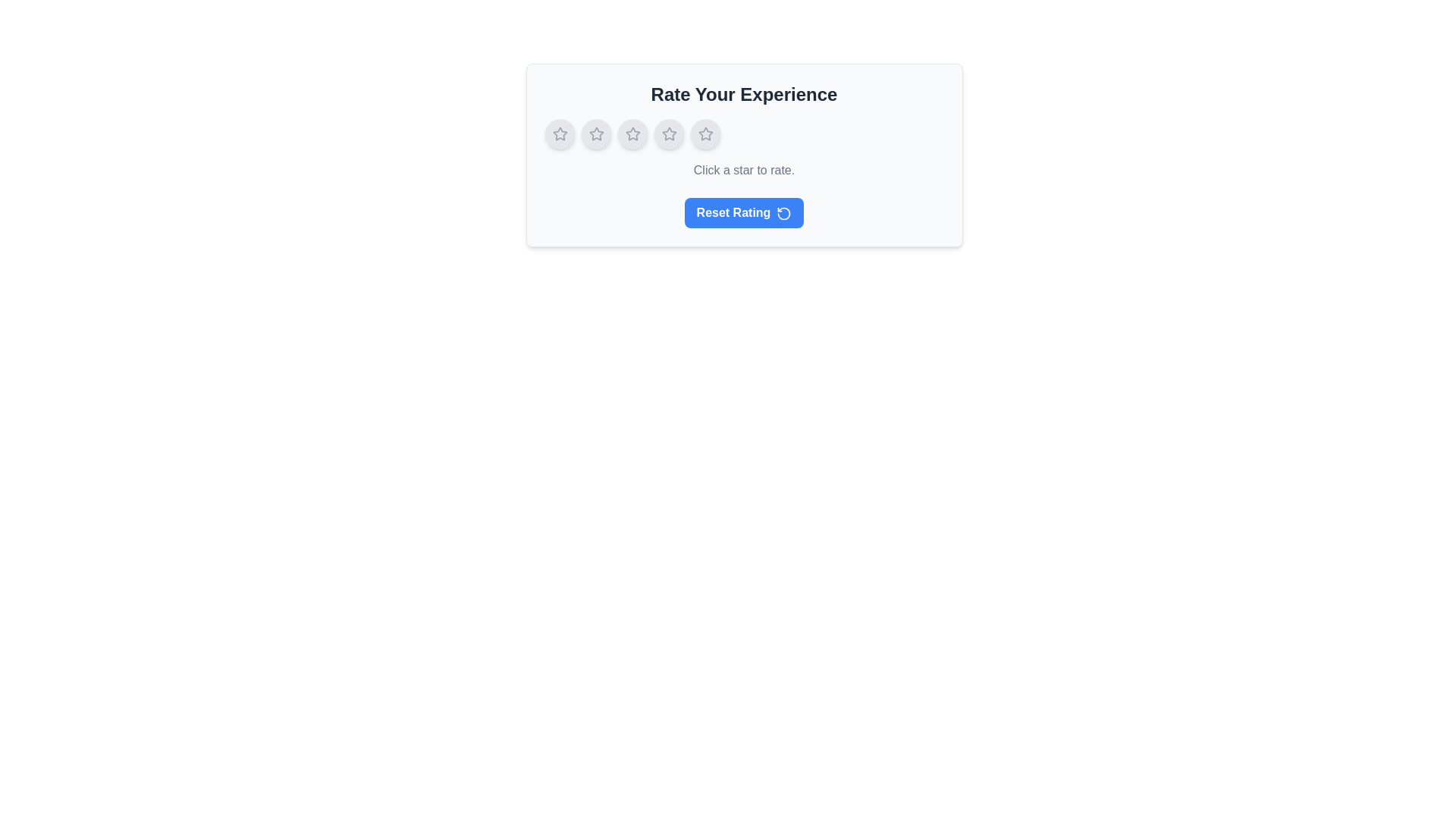 The width and height of the screenshot is (1456, 819). What do you see at coordinates (704, 133) in the screenshot?
I see `the fifth interactive star icon in the horizontal row for keyboard navigation` at bounding box center [704, 133].